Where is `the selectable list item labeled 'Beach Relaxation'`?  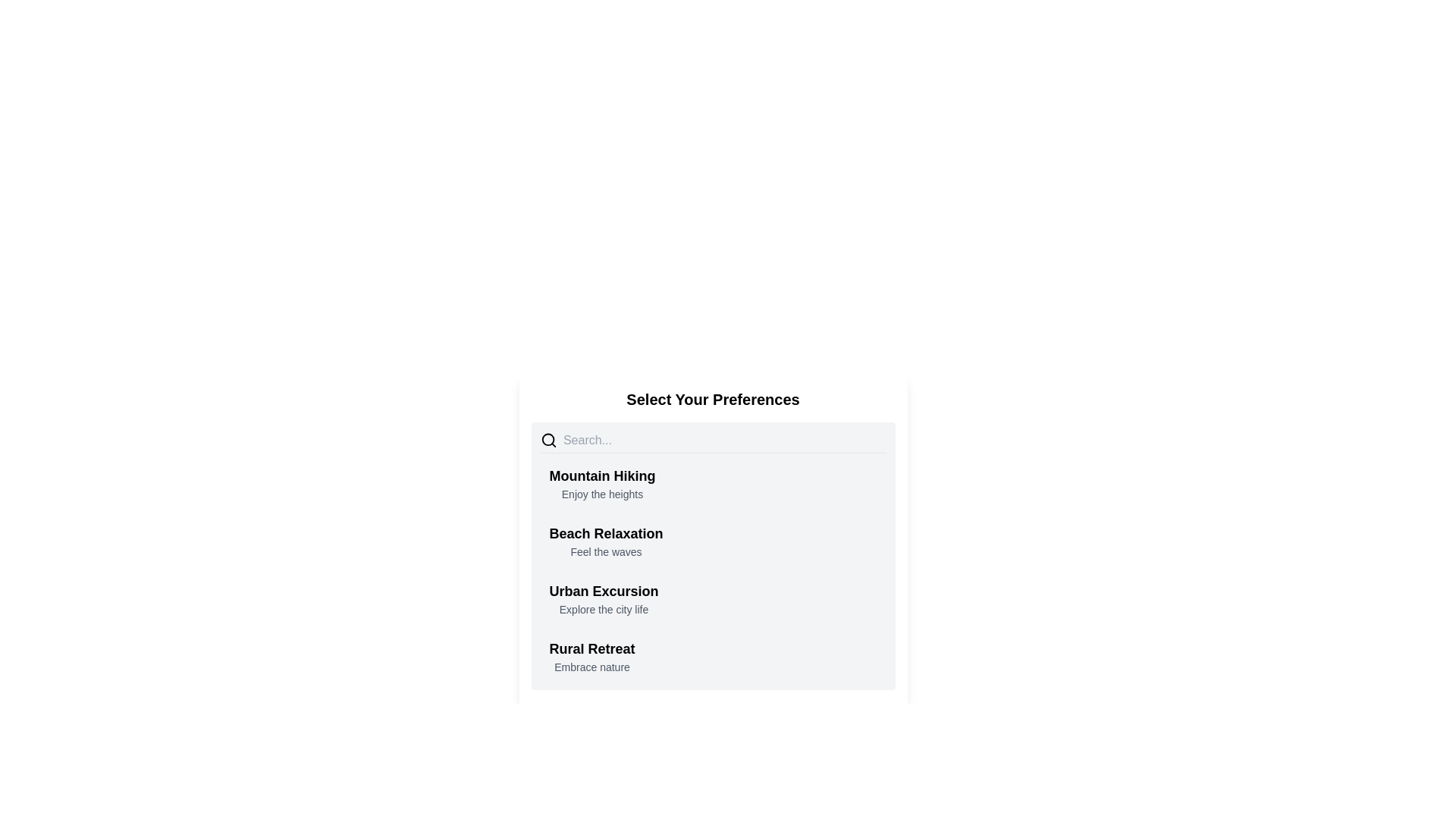 the selectable list item labeled 'Beach Relaxation' is located at coordinates (712, 540).